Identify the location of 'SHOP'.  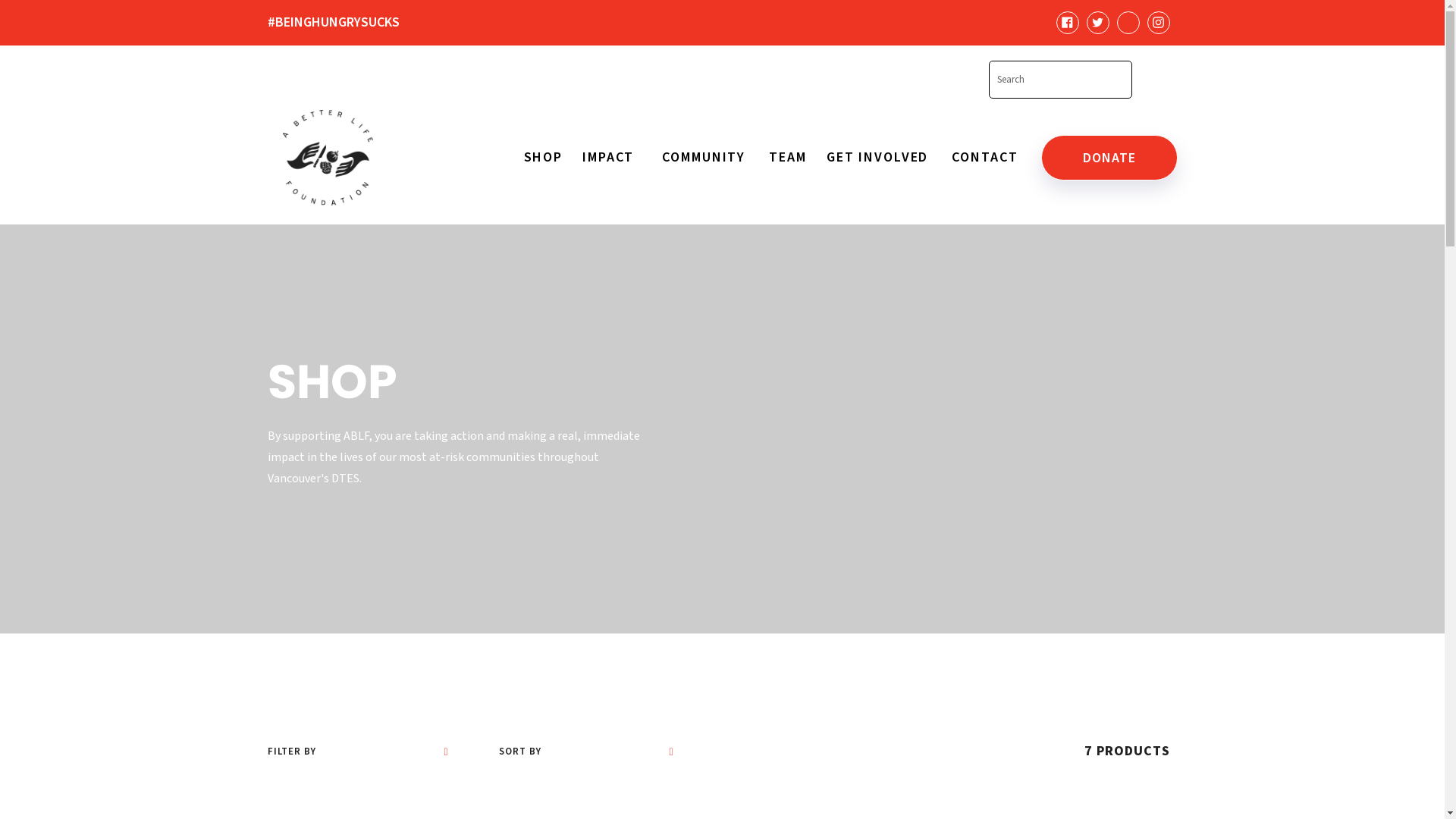
(523, 158).